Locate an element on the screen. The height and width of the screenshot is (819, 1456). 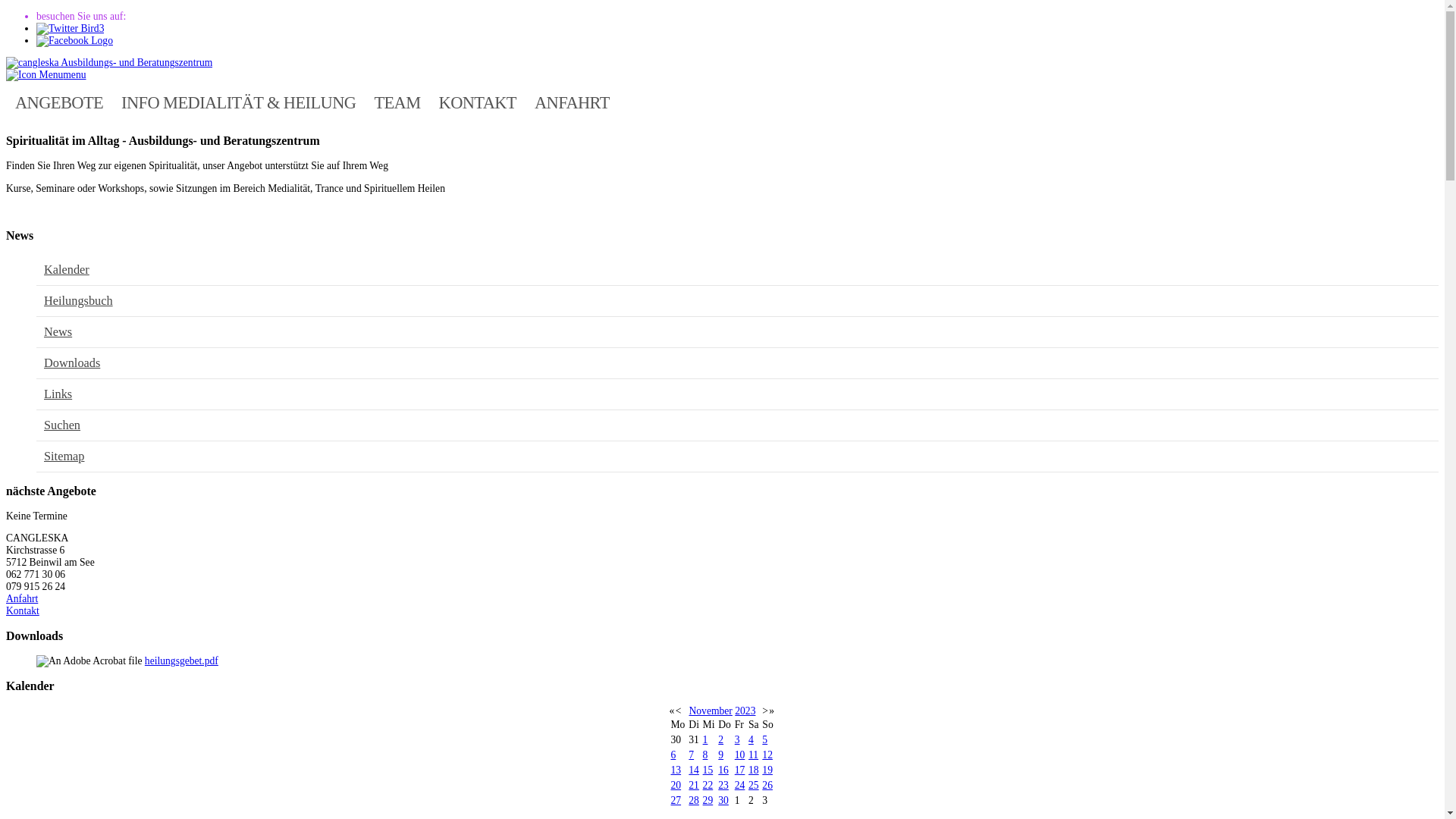
'TEAM' is located at coordinates (397, 102).